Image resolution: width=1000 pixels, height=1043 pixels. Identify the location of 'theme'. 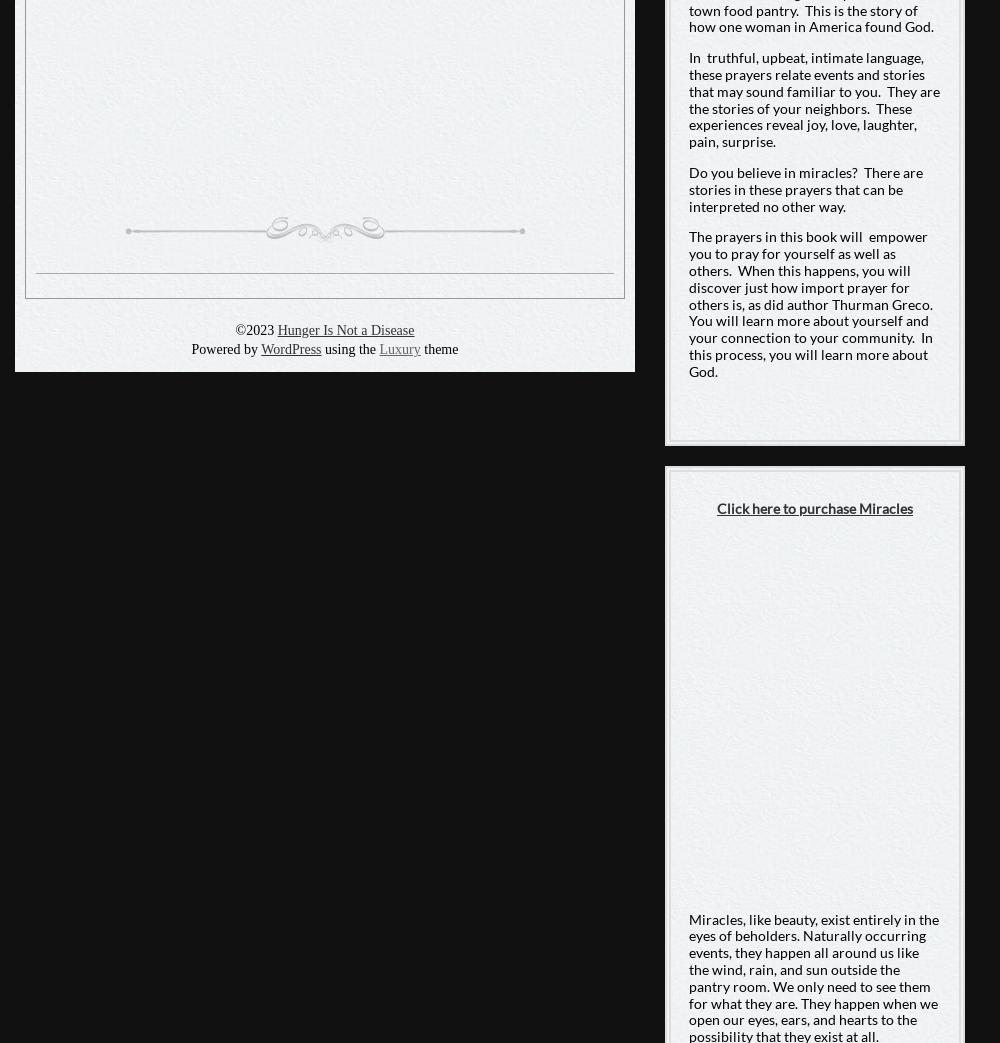
(438, 348).